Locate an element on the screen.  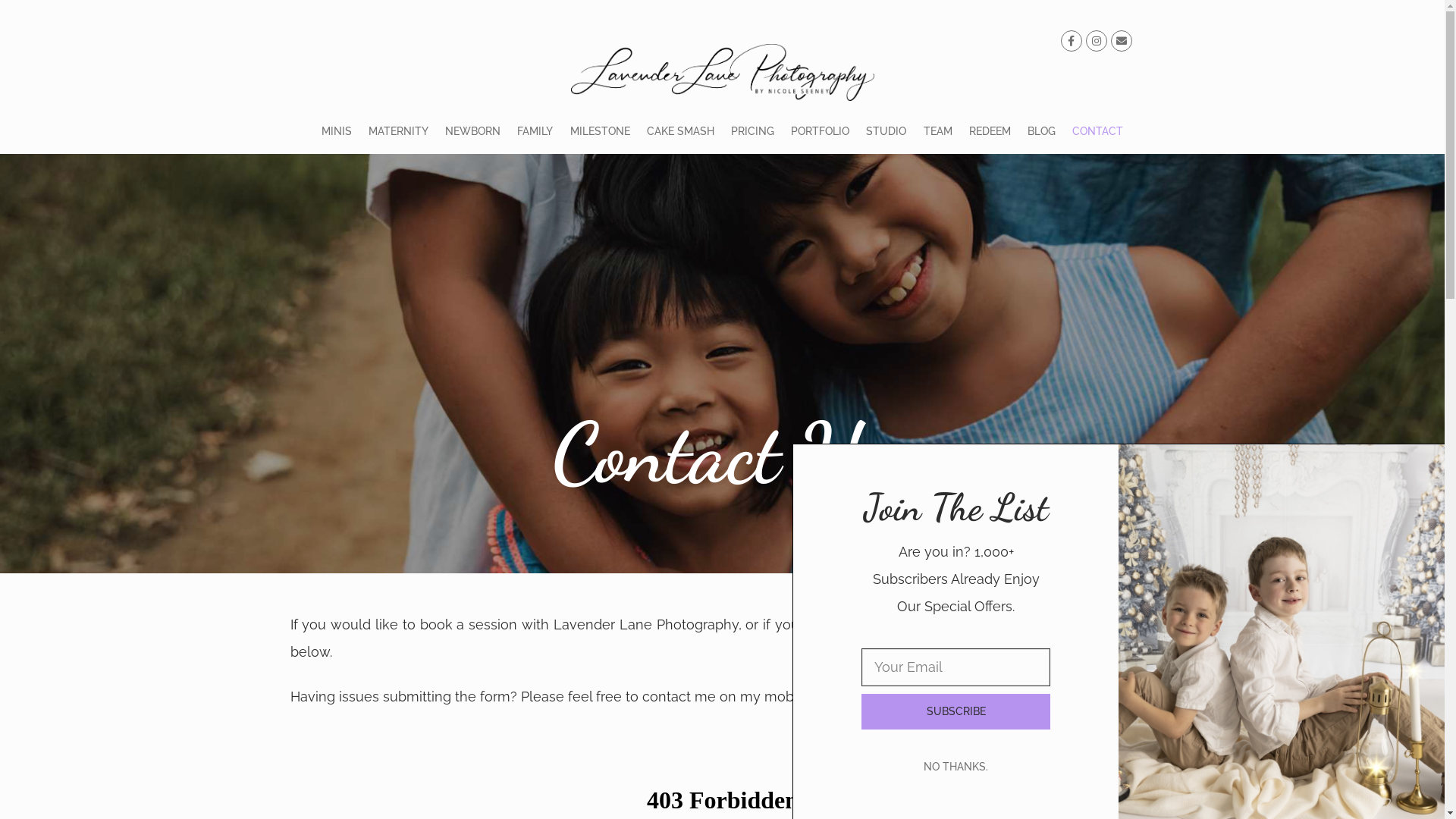
'NO THANKS.' is located at coordinates (955, 766).